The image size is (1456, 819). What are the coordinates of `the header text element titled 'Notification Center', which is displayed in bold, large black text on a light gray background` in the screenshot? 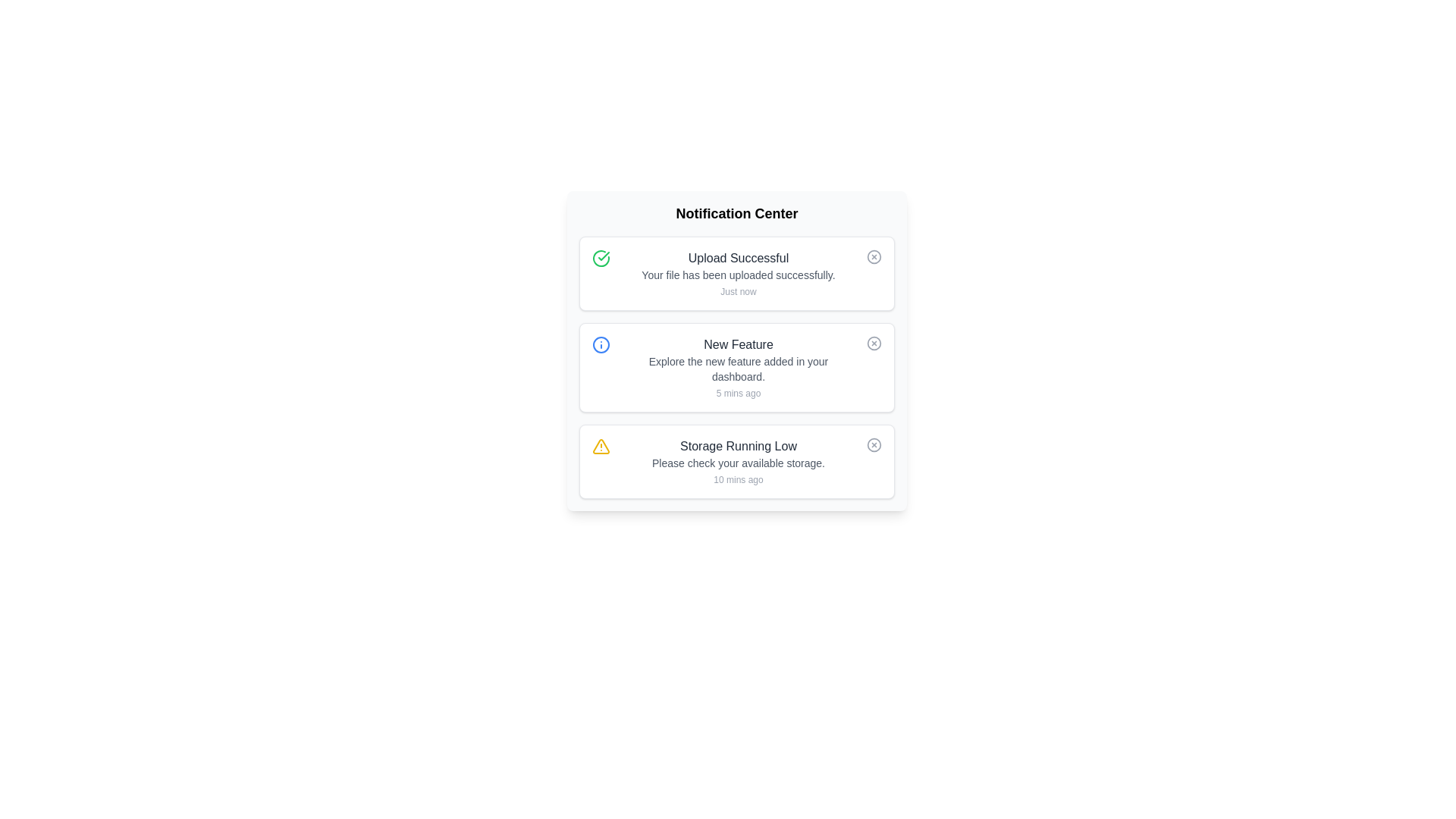 It's located at (736, 213).